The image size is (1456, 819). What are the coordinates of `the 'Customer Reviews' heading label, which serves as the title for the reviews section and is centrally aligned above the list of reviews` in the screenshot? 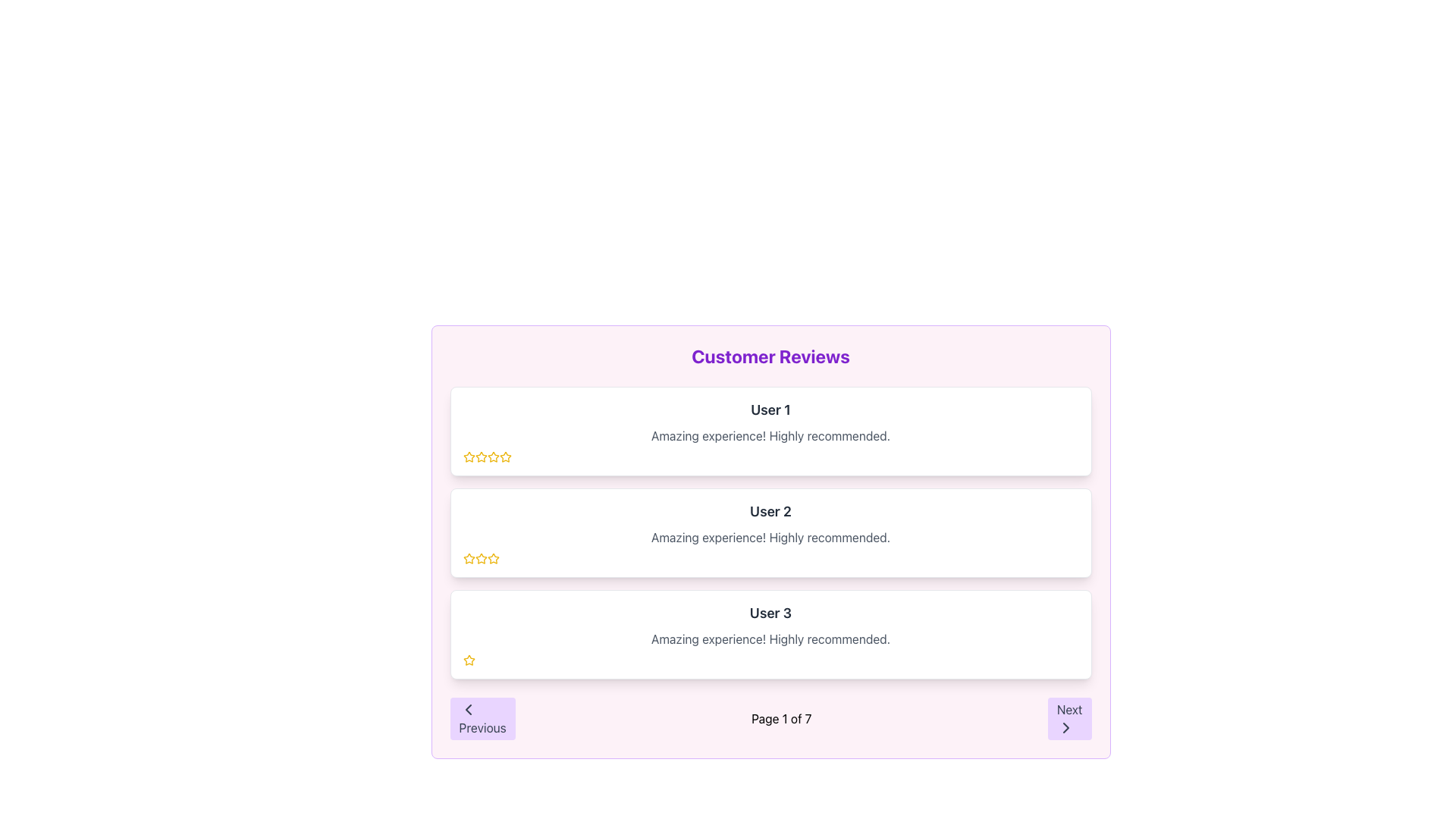 It's located at (770, 356).